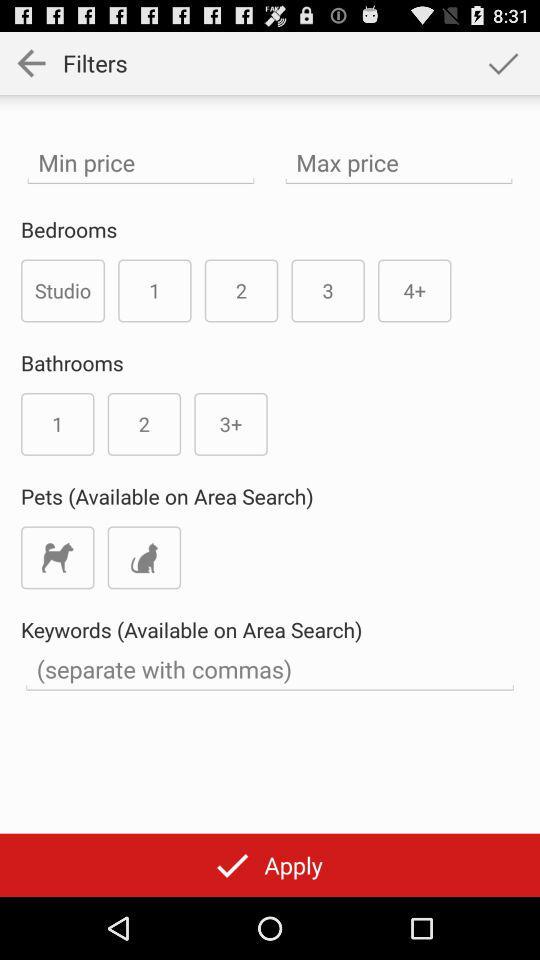  What do you see at coordinates (143, 557) in the screenshot?
I see `cat` at bounding box center [143, 557].